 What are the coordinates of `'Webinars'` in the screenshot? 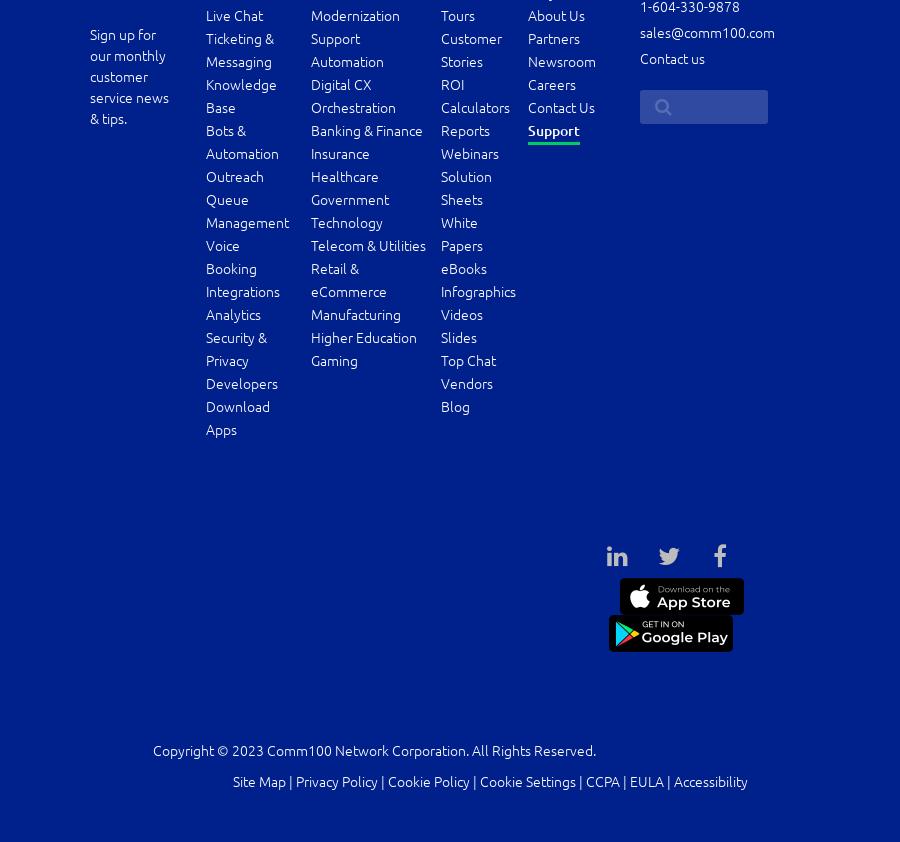 It's located at (468, 151).